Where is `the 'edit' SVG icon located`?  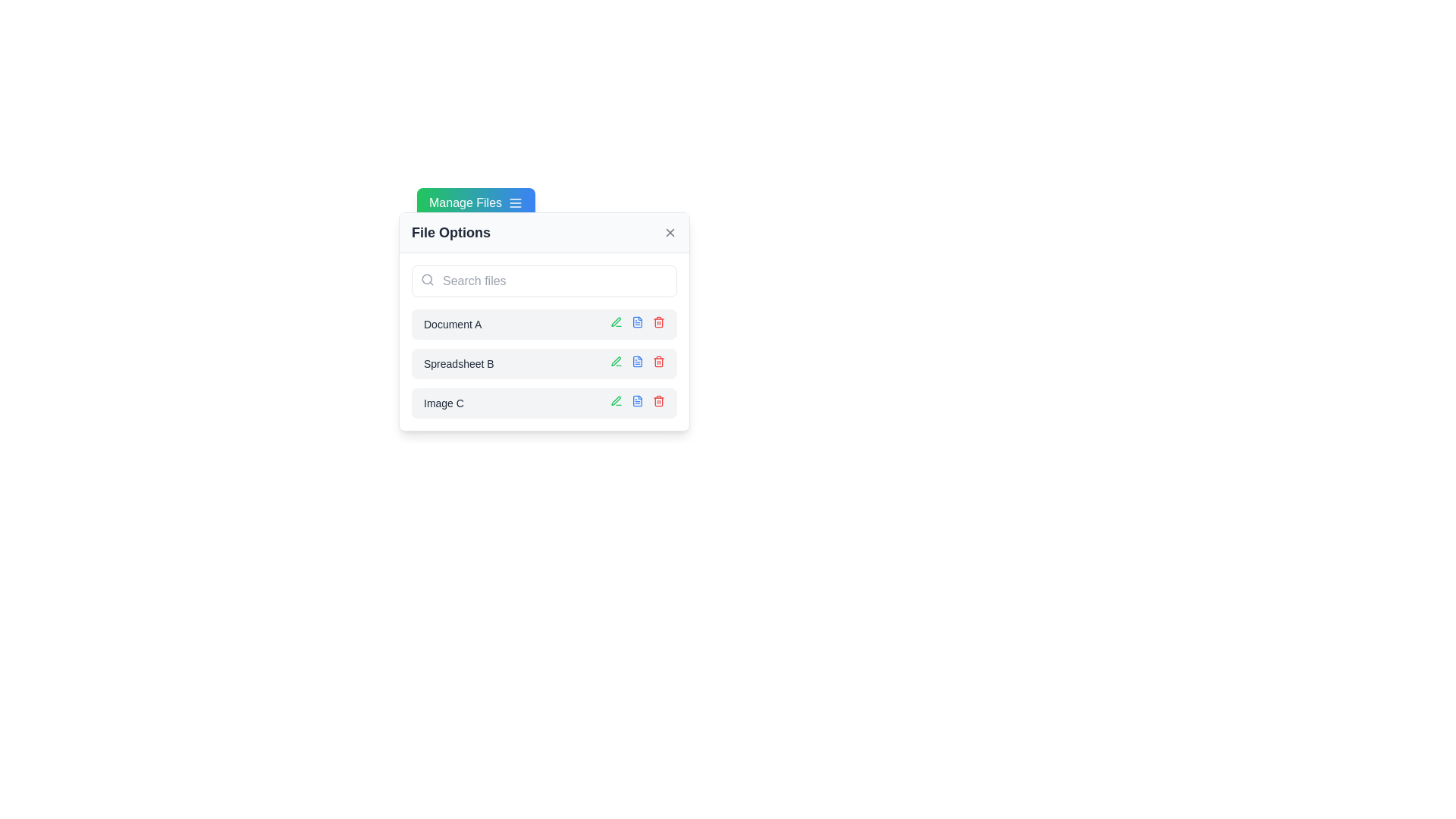 the 'edit' SVG icon located is located at coordinates (616, 321).